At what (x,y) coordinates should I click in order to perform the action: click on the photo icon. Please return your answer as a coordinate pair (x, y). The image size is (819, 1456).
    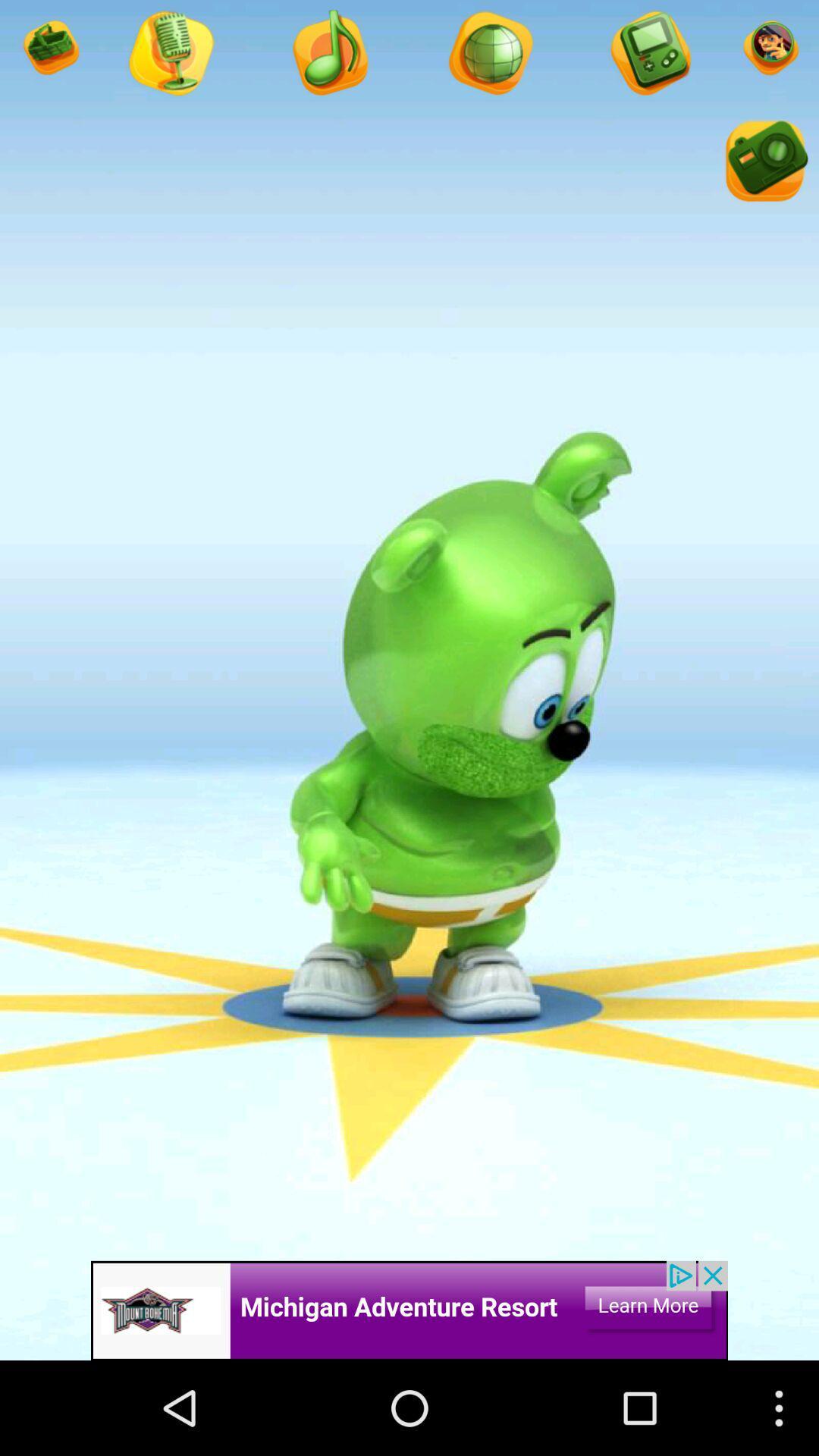
    Looking at the image, I should click on (764, 175).